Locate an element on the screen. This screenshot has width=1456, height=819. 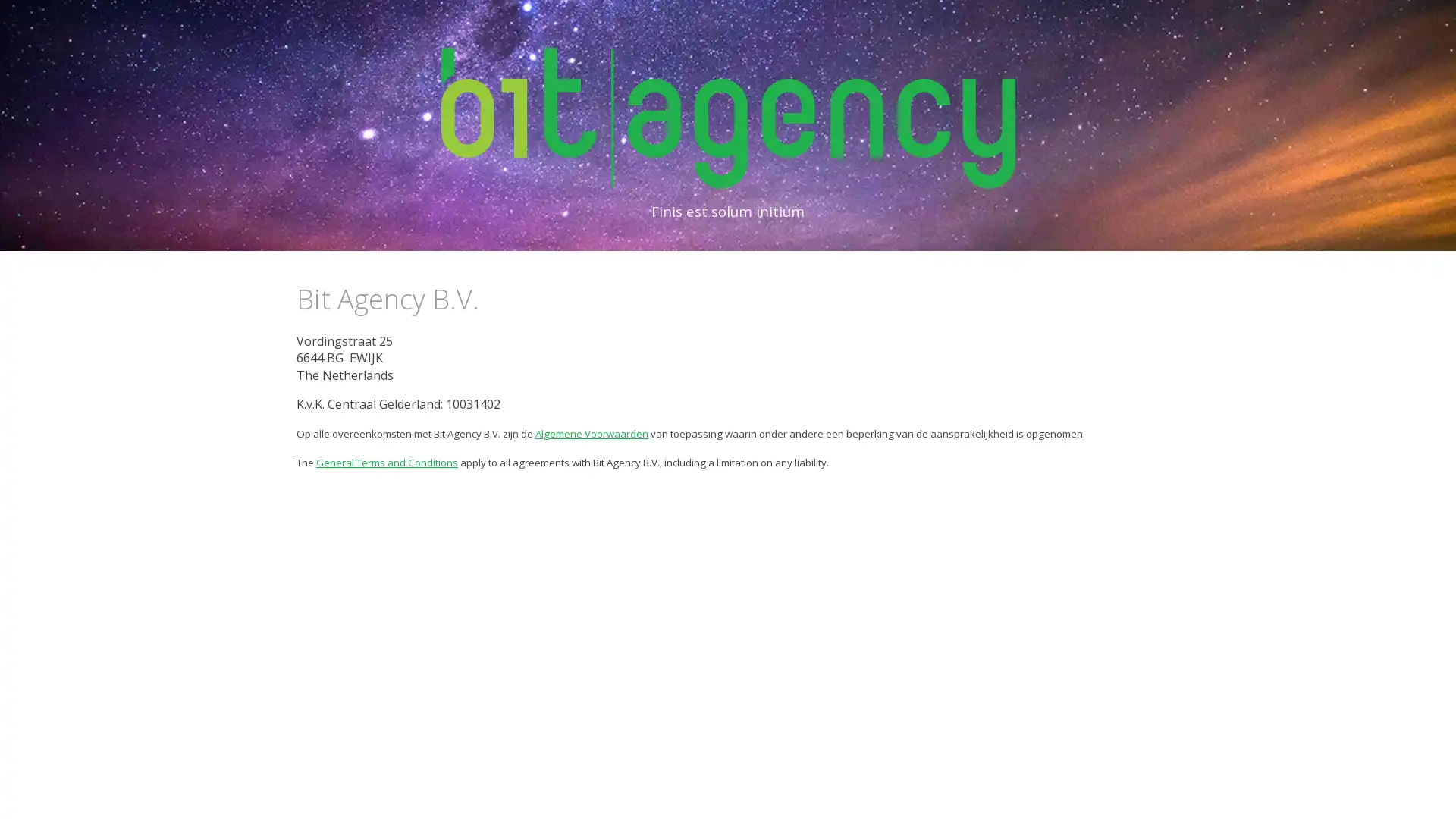
Skip to navigation is located at coordinates (864, 28).